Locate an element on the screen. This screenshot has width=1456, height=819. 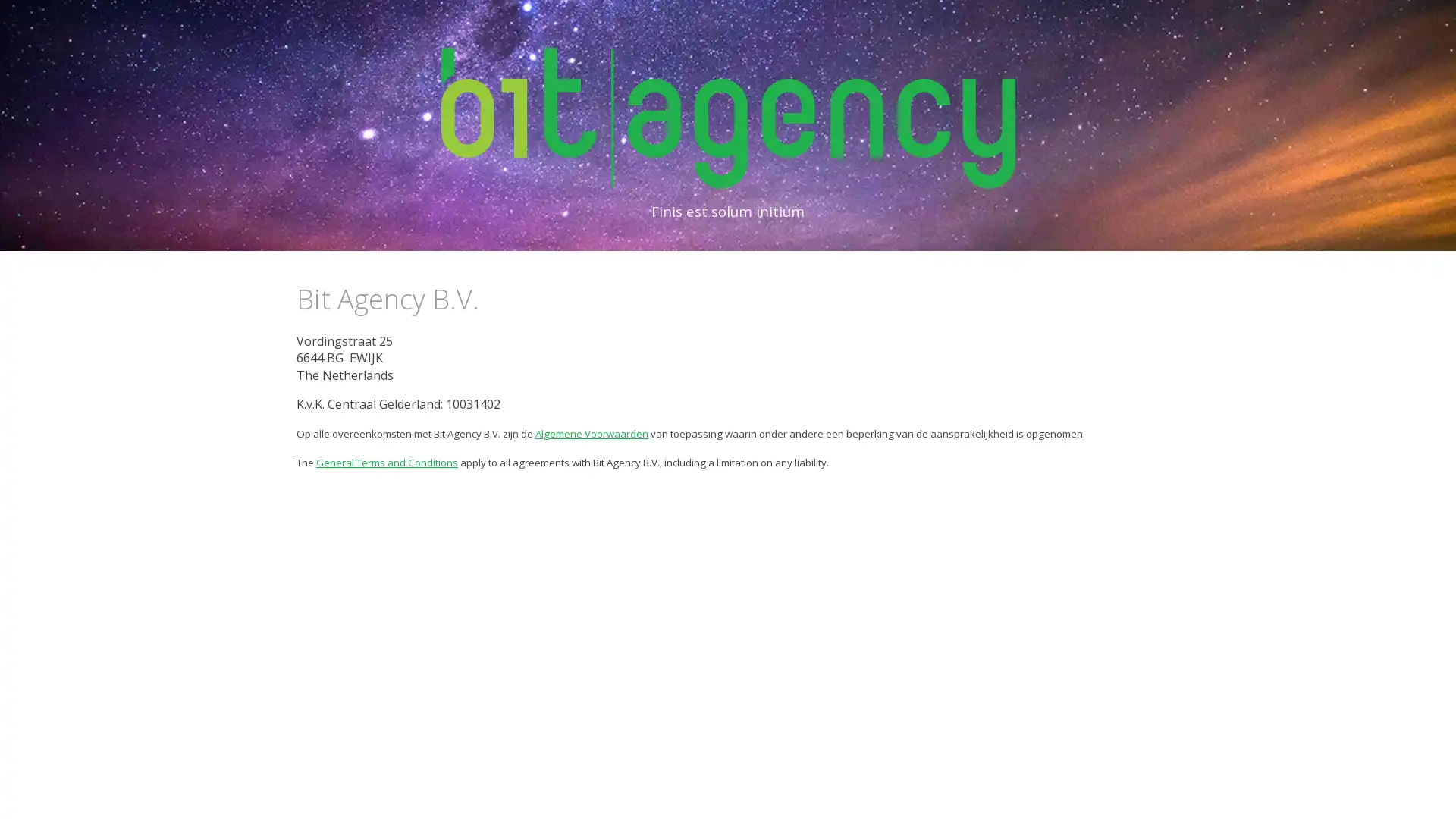
Skip to navigation is located at coordinates (864, 28).